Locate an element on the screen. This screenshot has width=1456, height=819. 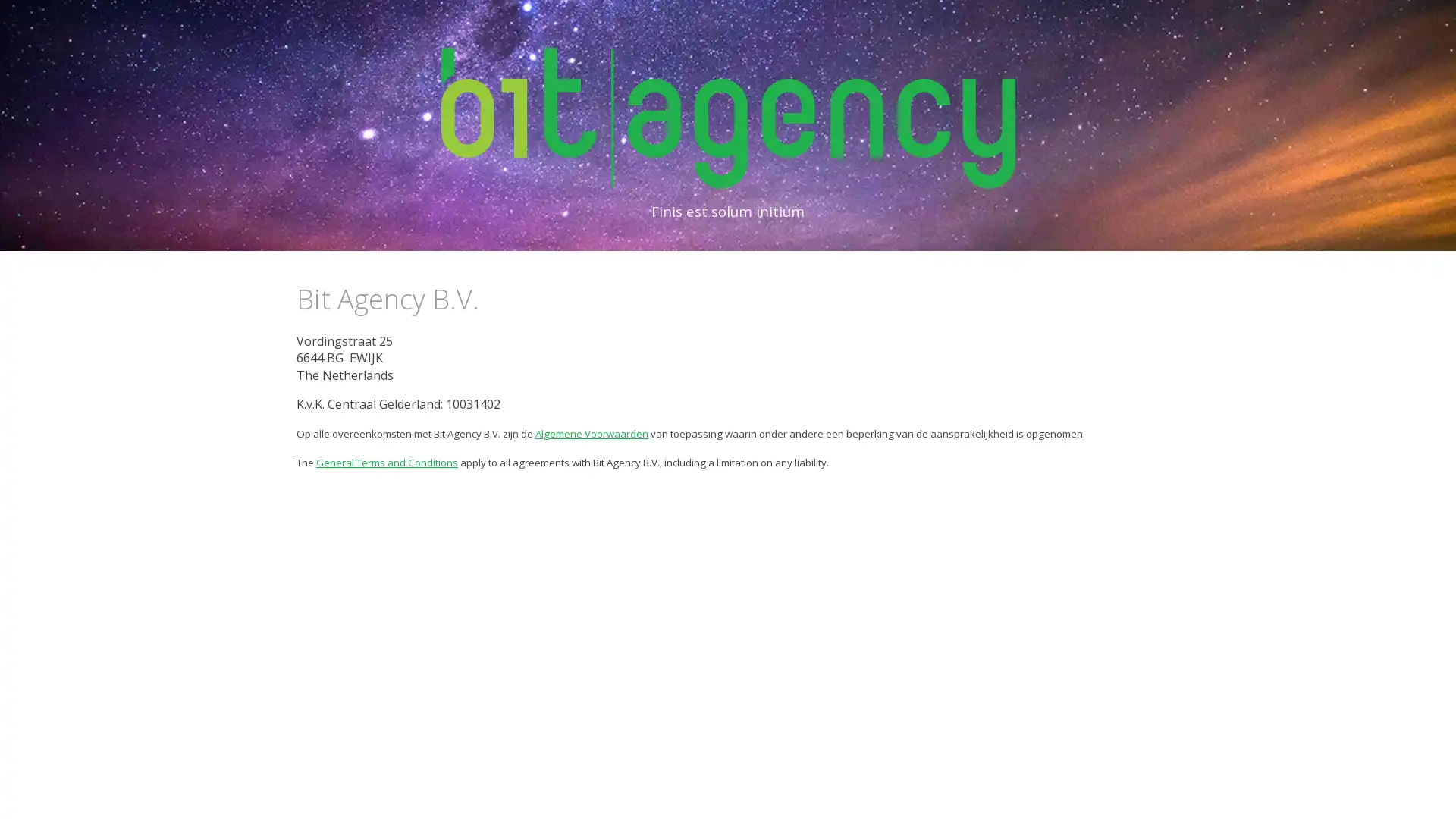
Skip to navigation is located at coordinates (864, 28).